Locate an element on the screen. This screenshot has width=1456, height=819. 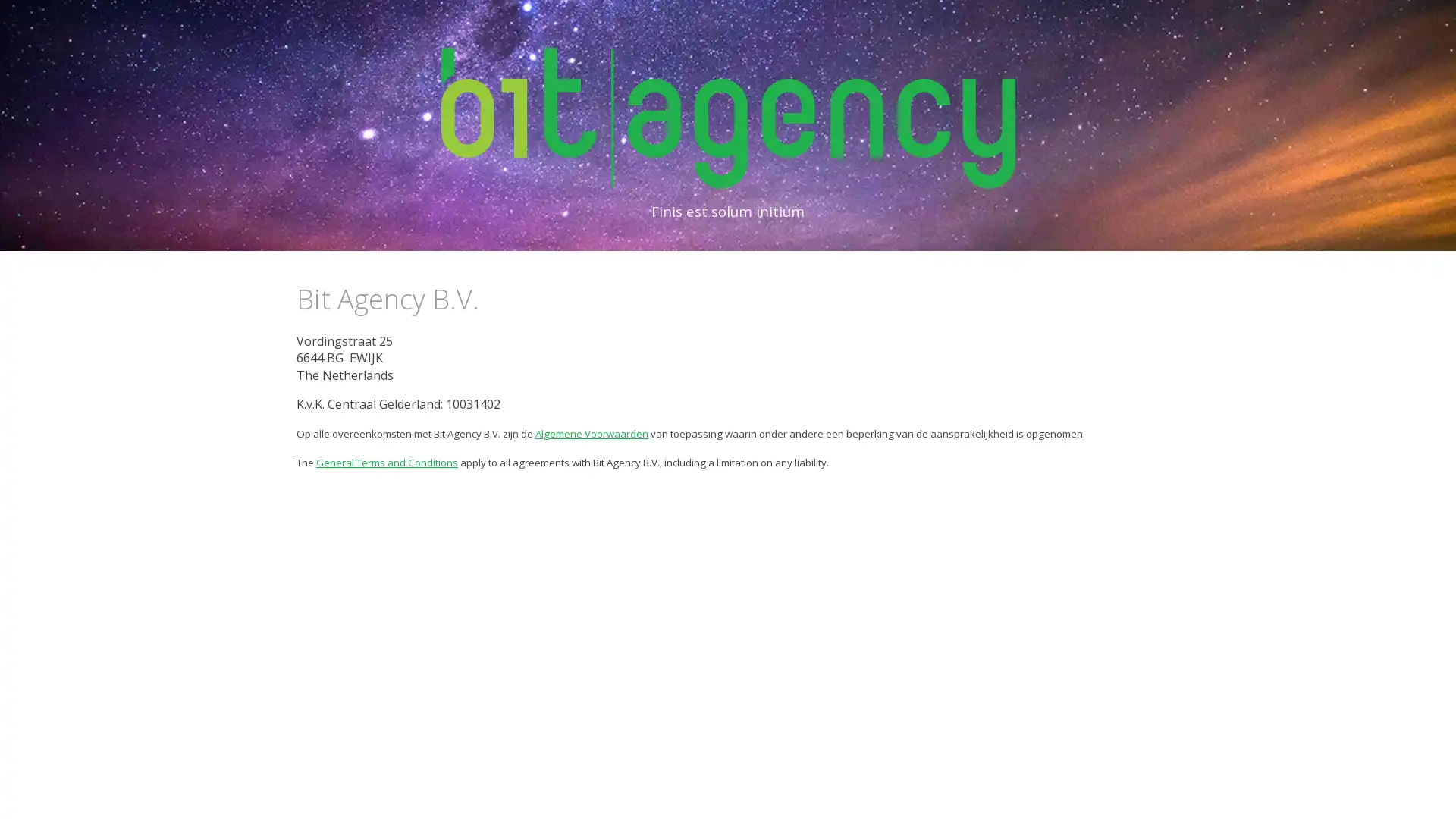
Skip to navigation is located at coordinates (864, 28).